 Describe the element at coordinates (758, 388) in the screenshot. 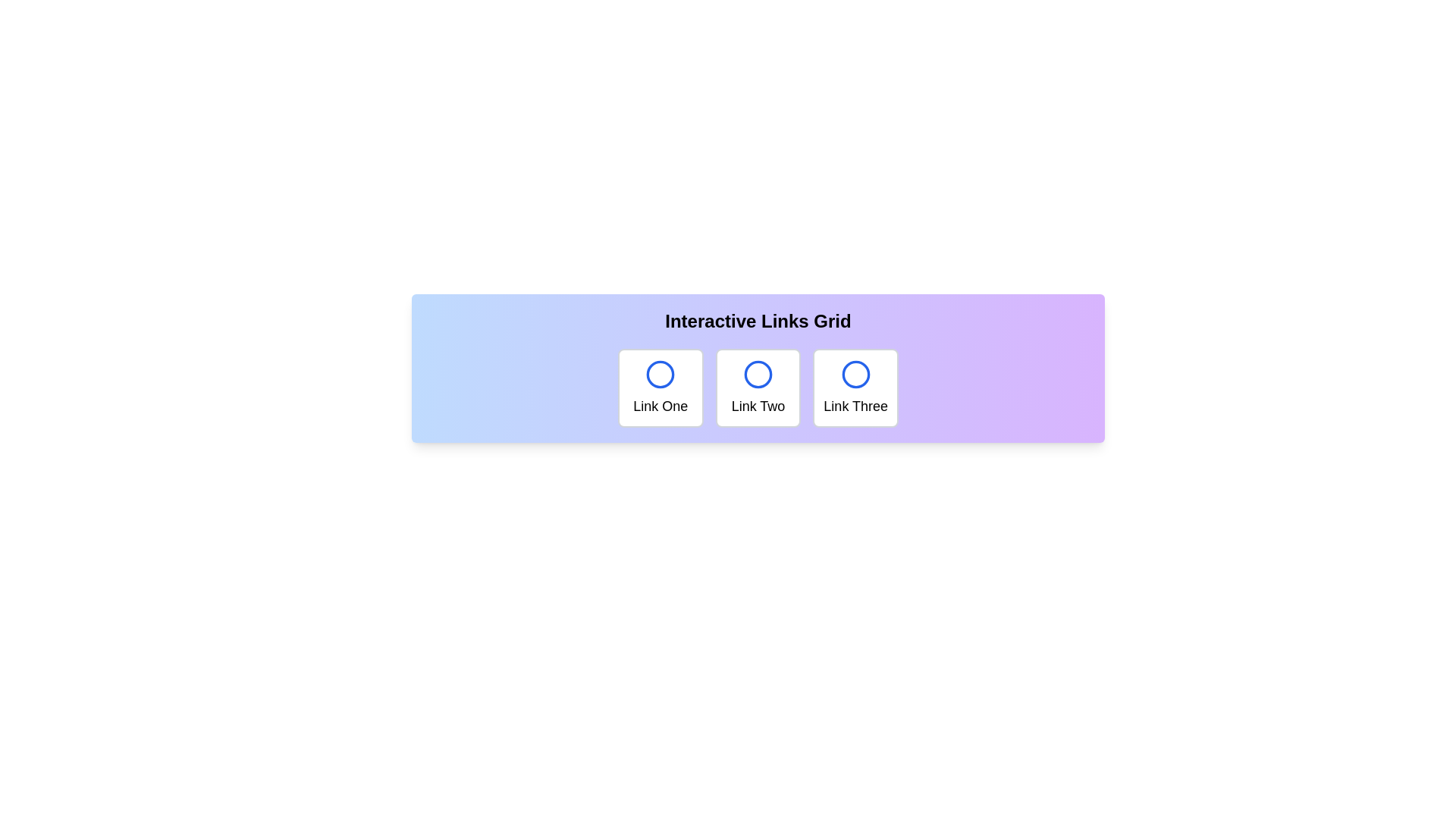

I see `the second card link element in the grid` at that location.